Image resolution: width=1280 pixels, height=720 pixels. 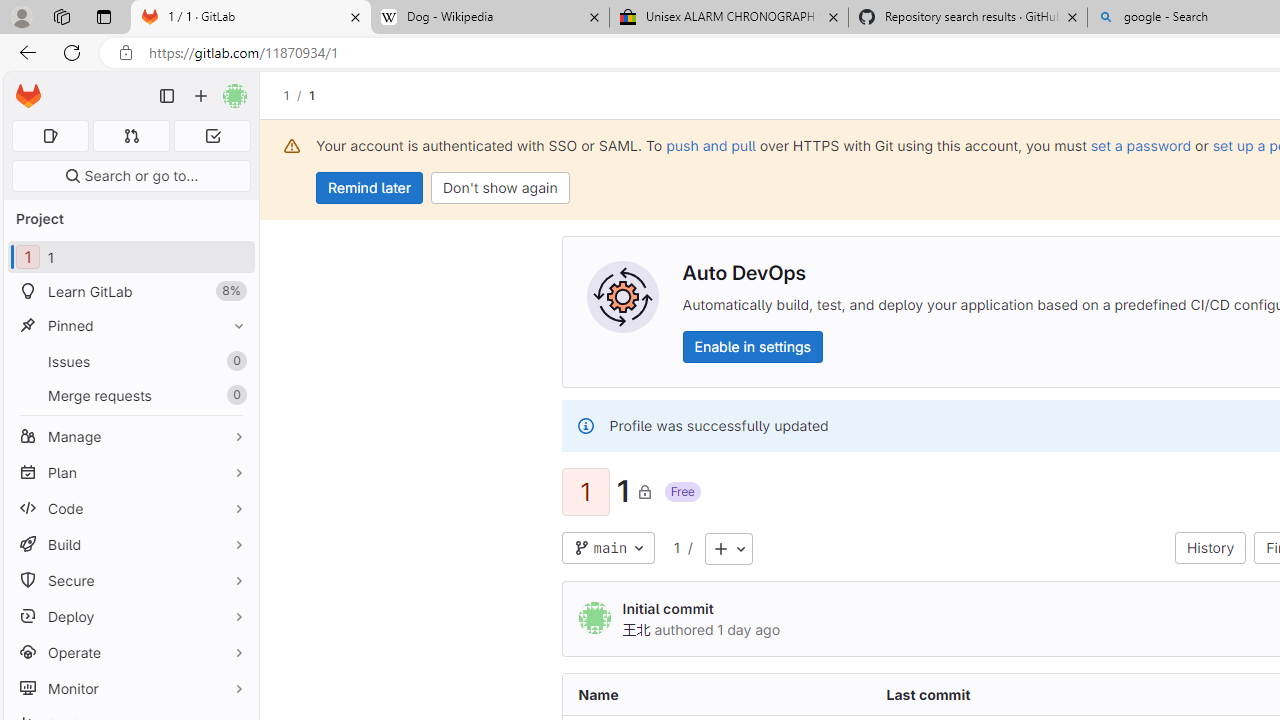 I want to click on 'Operate', so click(x=130, y=652).